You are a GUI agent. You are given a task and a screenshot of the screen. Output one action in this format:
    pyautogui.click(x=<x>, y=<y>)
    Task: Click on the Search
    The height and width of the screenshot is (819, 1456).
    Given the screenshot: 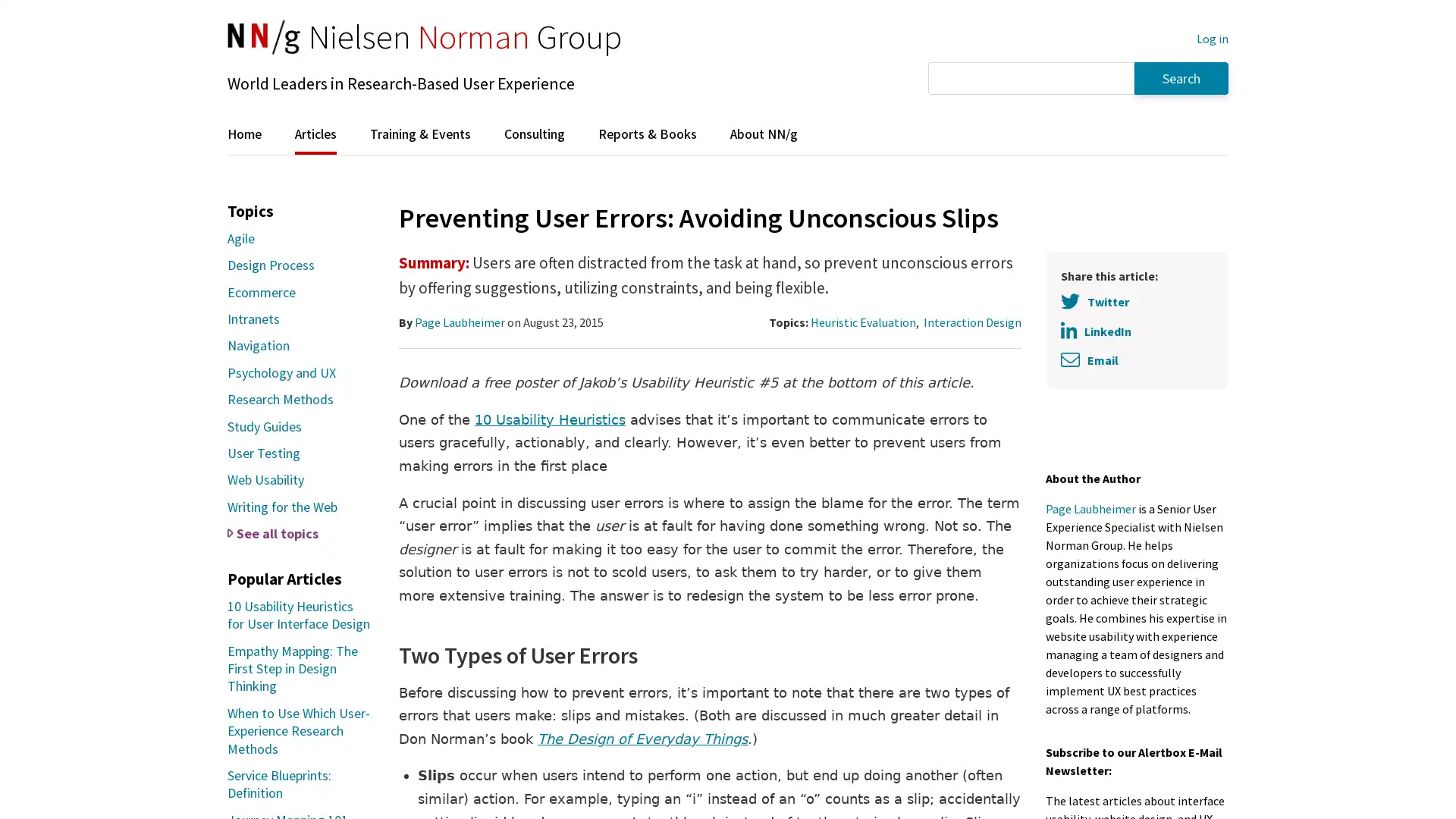 What is the action you would take?
    pyautogui.click(x=1181, y=77)
    